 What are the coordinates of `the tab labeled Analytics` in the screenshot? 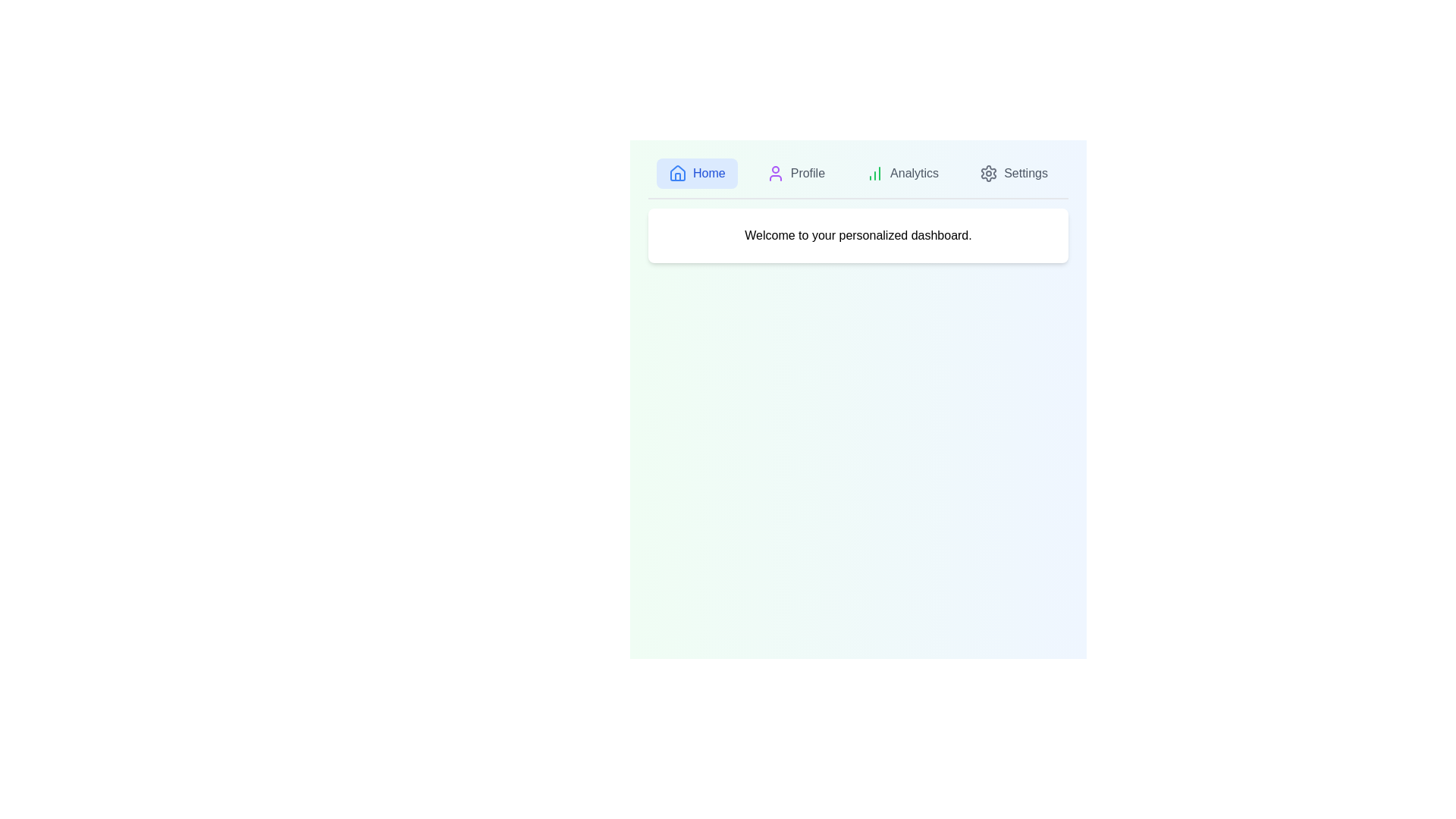 It's located at (902, 172).